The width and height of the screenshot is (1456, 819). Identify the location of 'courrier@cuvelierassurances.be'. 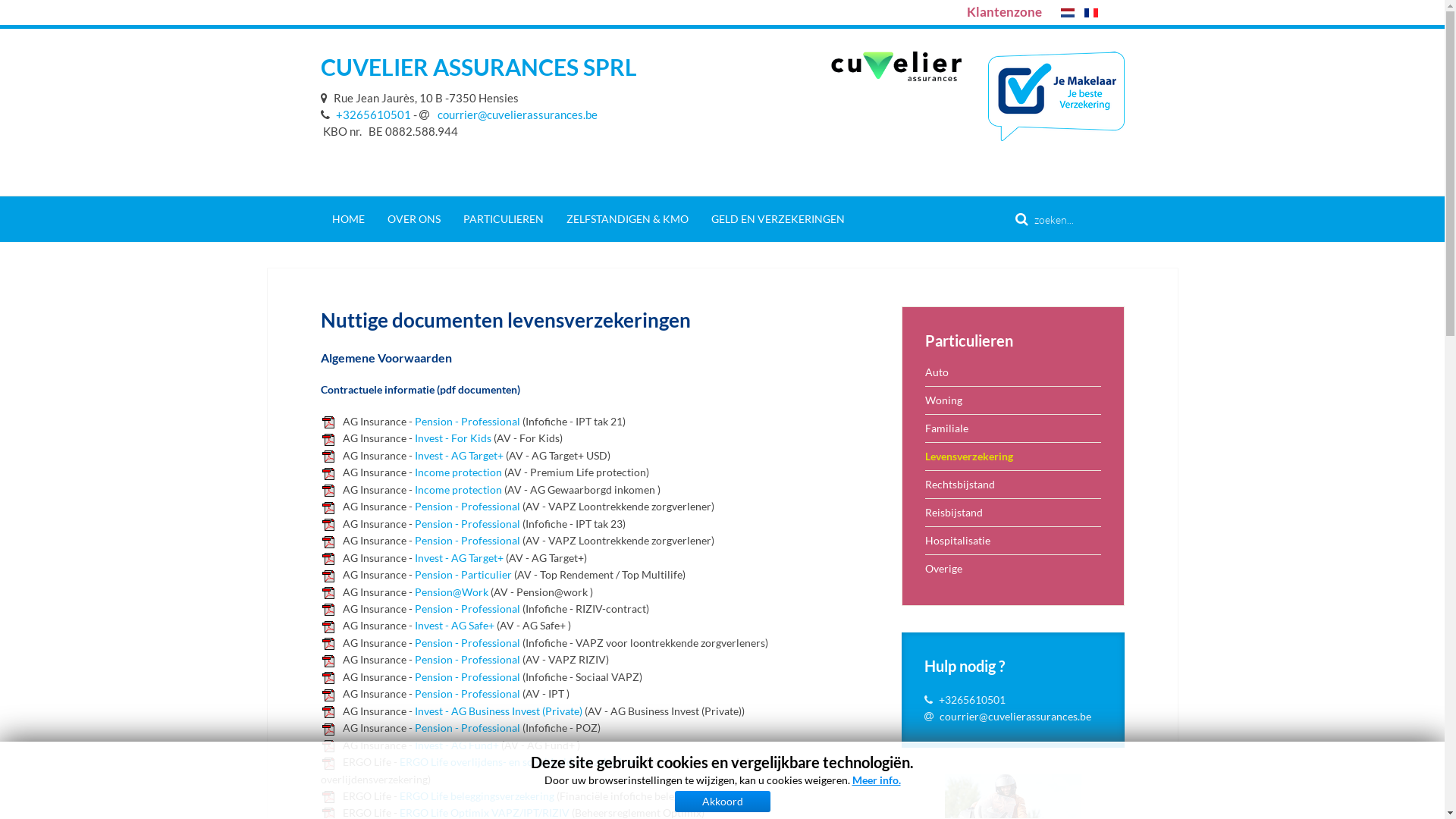
(1015, 716).